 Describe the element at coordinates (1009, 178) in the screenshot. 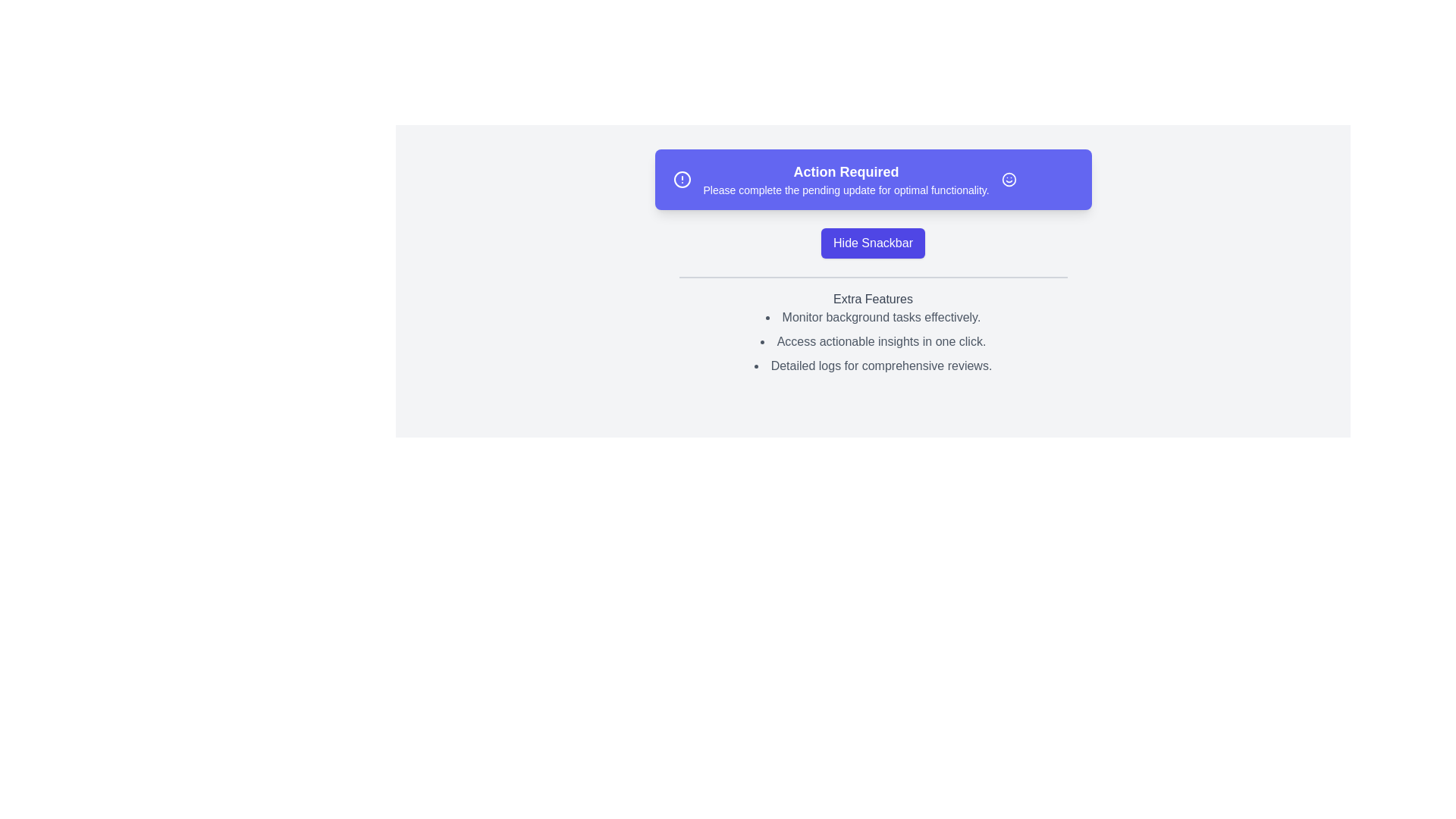

I see `close button (smiley icon) on the snackbar to hide it` at that location.